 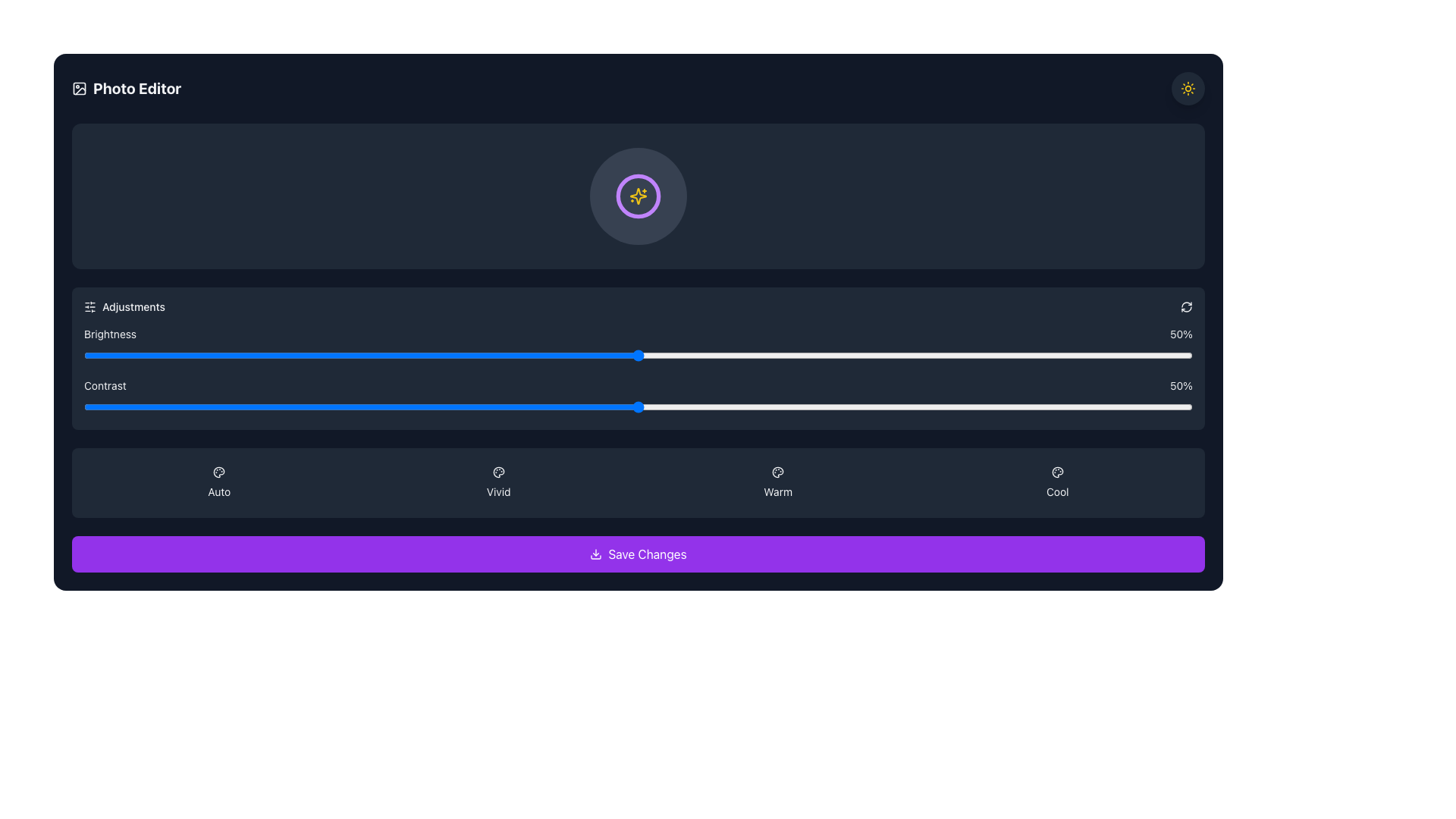 I want to click on the 'Warm' button, which is a rectangular button with rounded edges and a dark background, located between the 'Vivid' and 'Cool' buttons in a horizontal series of four buttons, so click(x=778, y=482).